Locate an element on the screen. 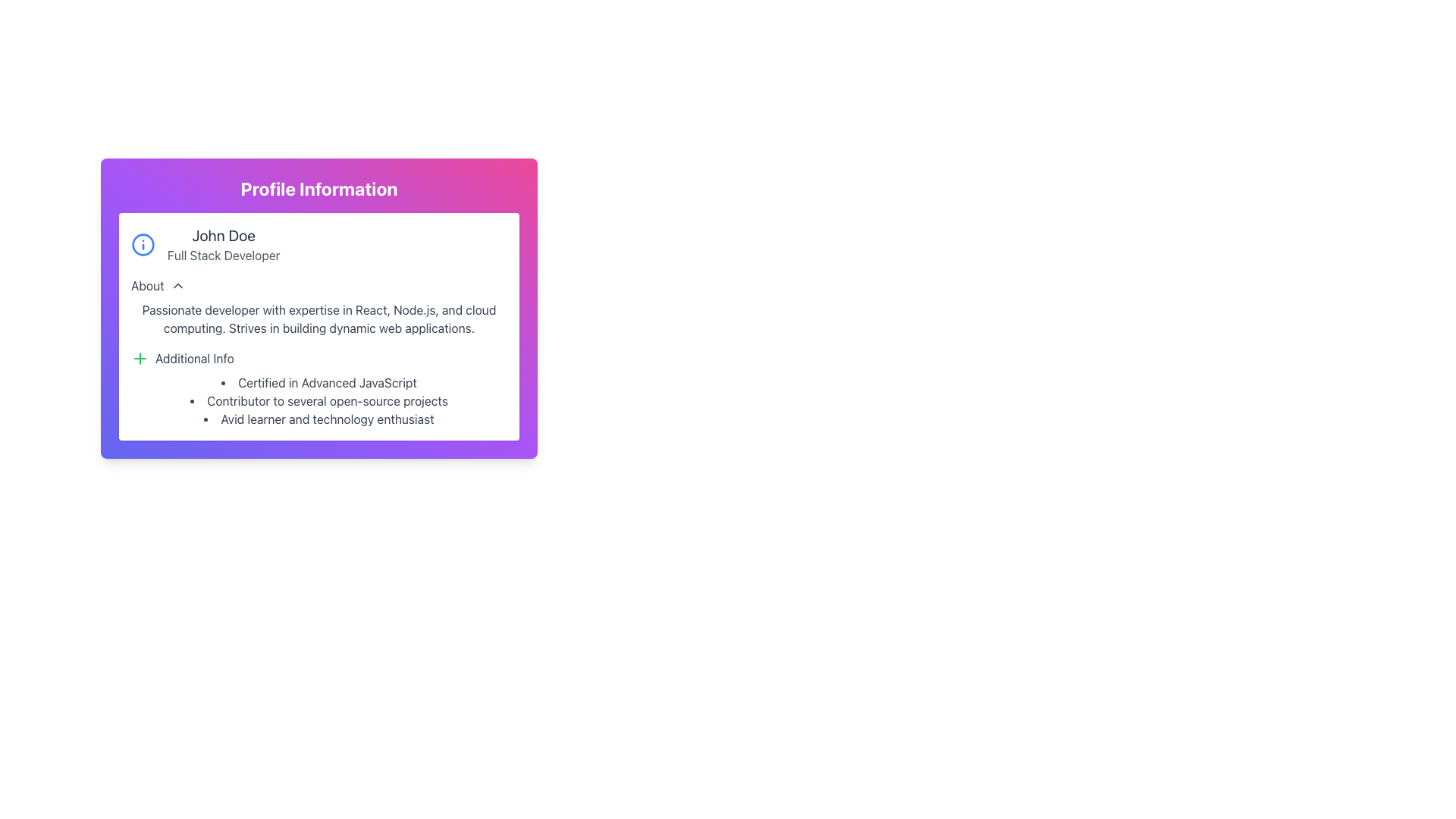  the bulleted list located beneath the 'Additional Info' heading in the profile card is located at coordinates (318, 400).